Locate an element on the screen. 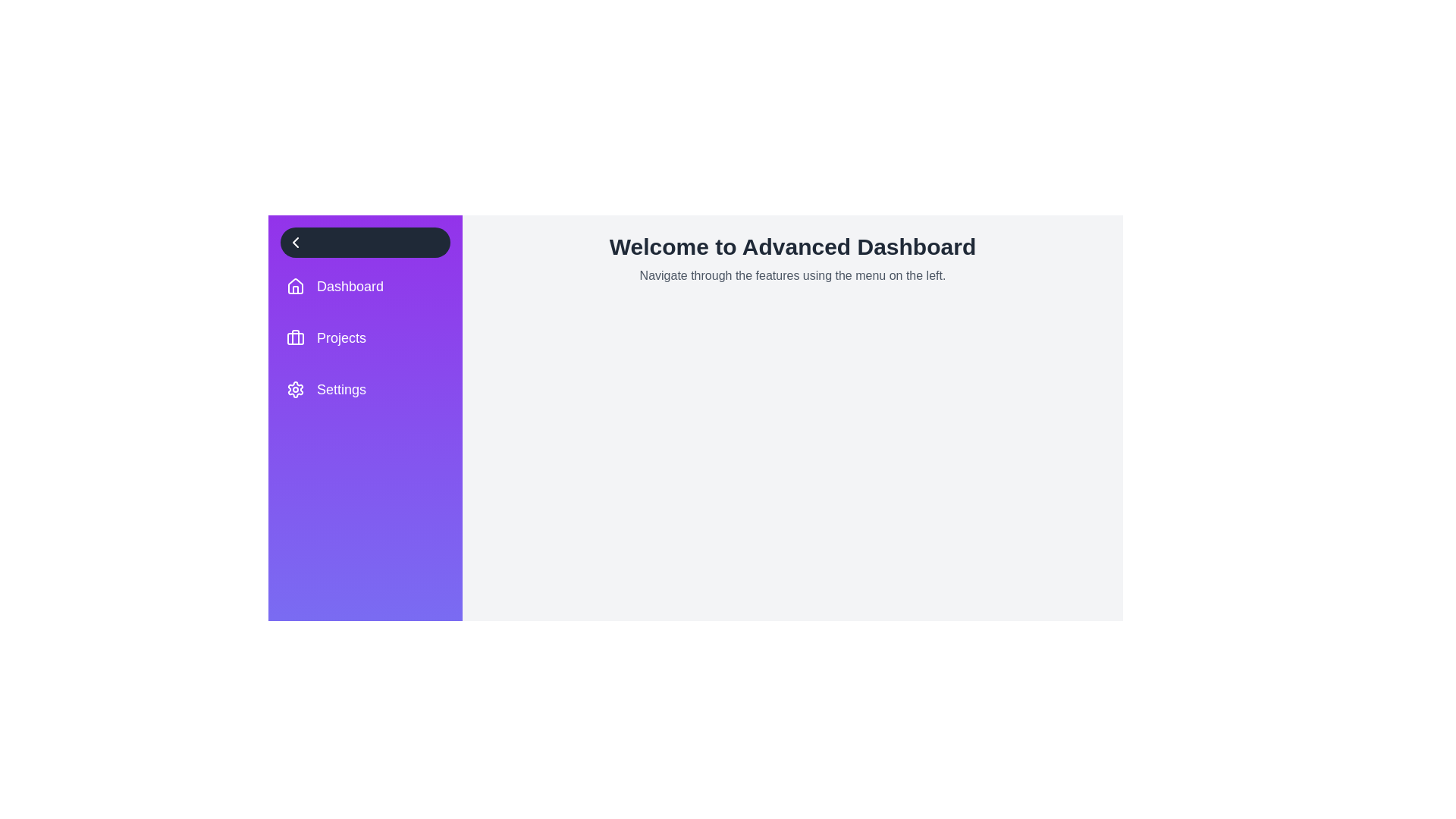 This screenshot has height=819, width=1456. the menu item Projects to inspect its feedback is located at coordinates (365, 337).